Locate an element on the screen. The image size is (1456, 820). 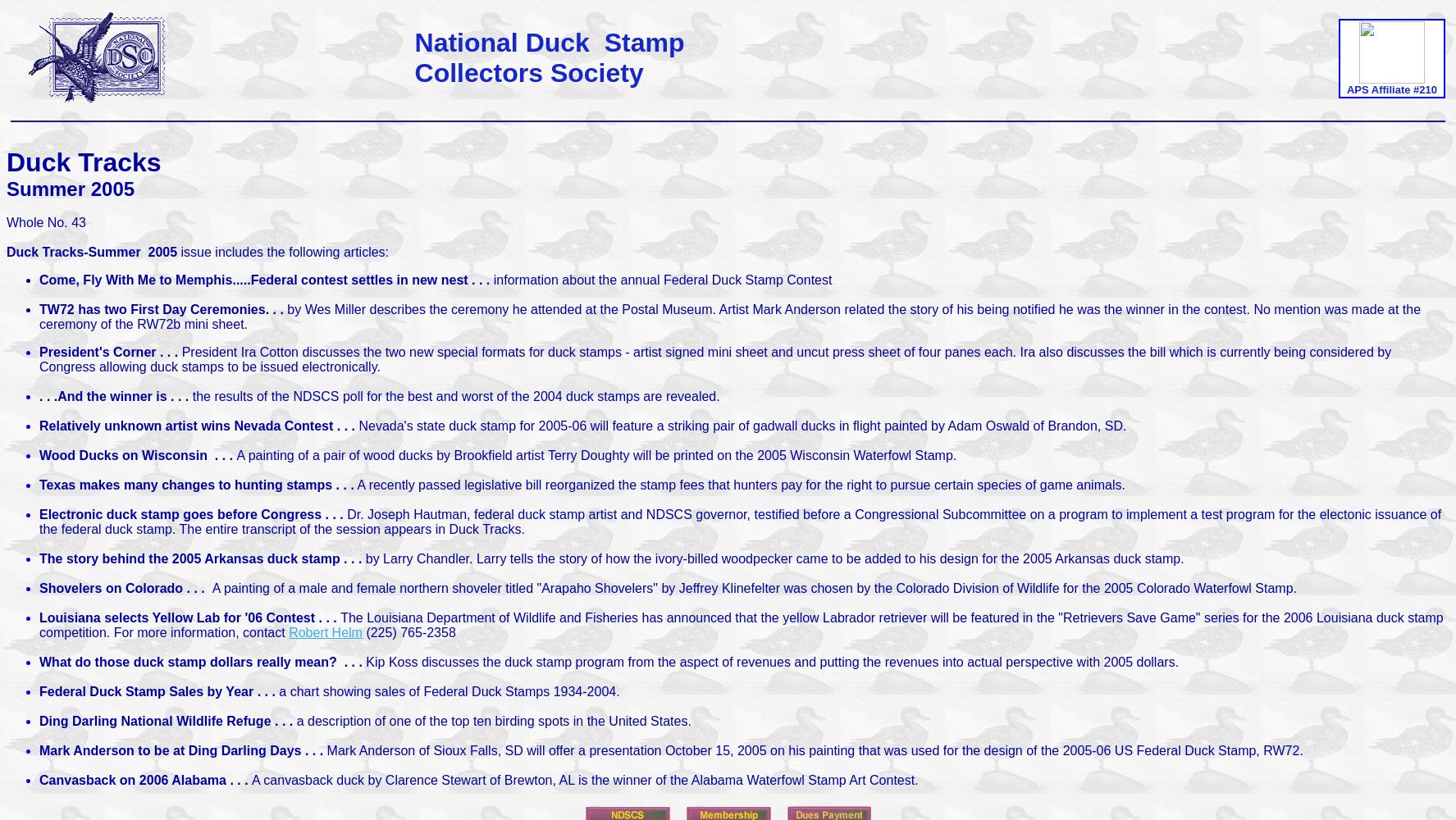
'elatively
    unknown artist wins Nevada Contest . . .' is located at coordinates (203, 426).